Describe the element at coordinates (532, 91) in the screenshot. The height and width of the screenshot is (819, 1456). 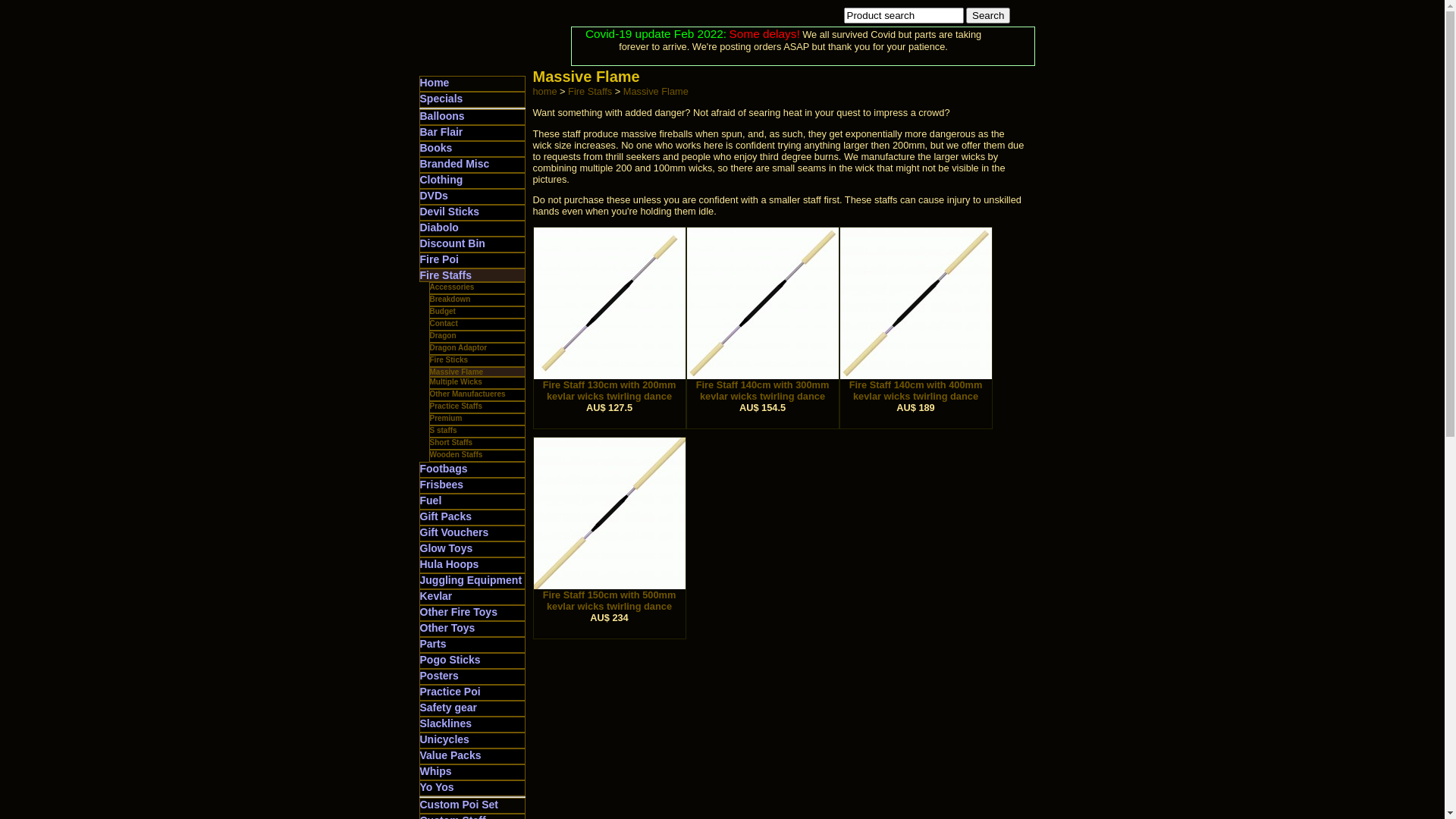
I see `'home'` at that location.